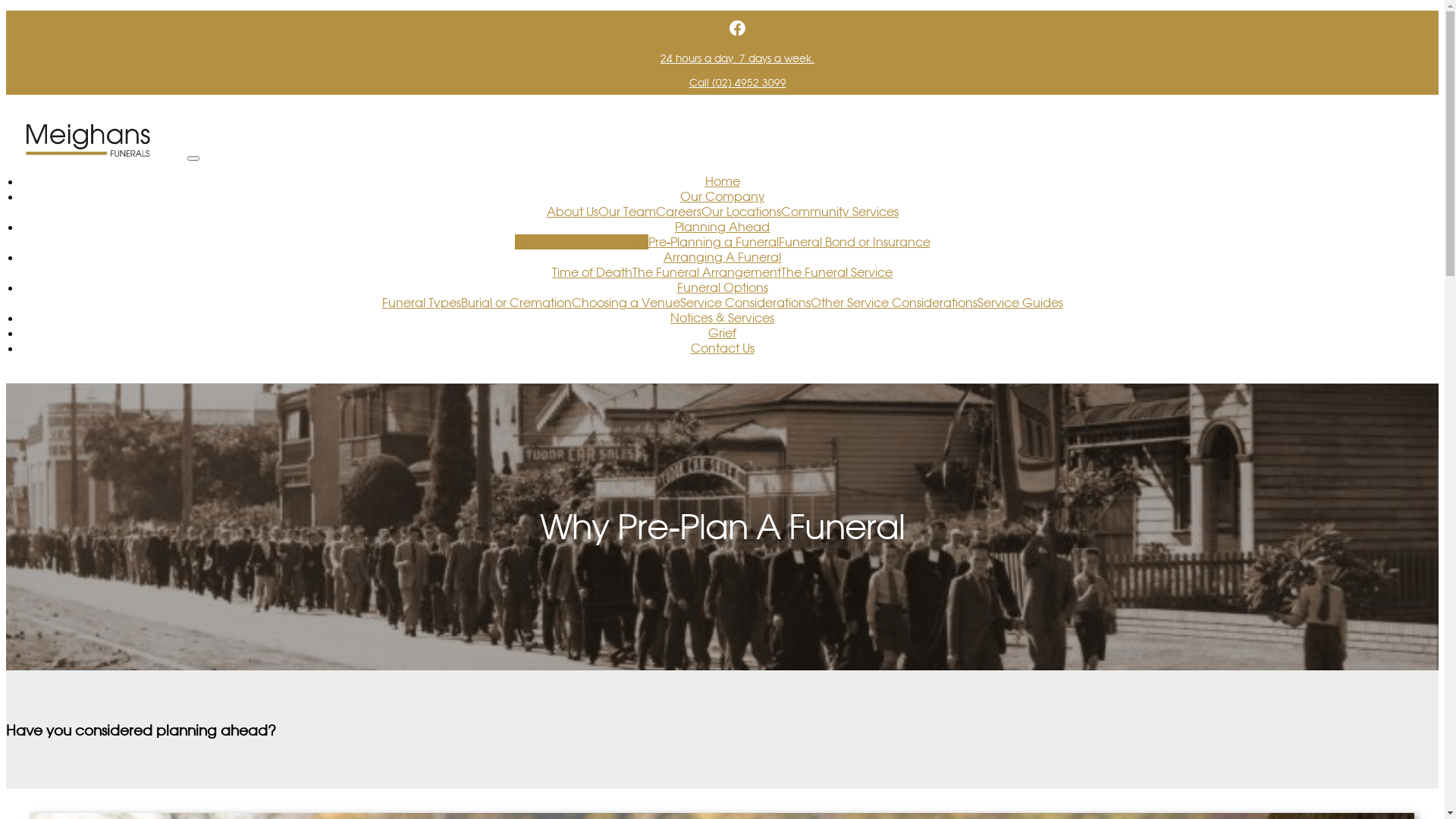  What do you see at coordinates (626, 211) in the screenshot?
I see `'Our Team'` at bounding box center [626, 211].